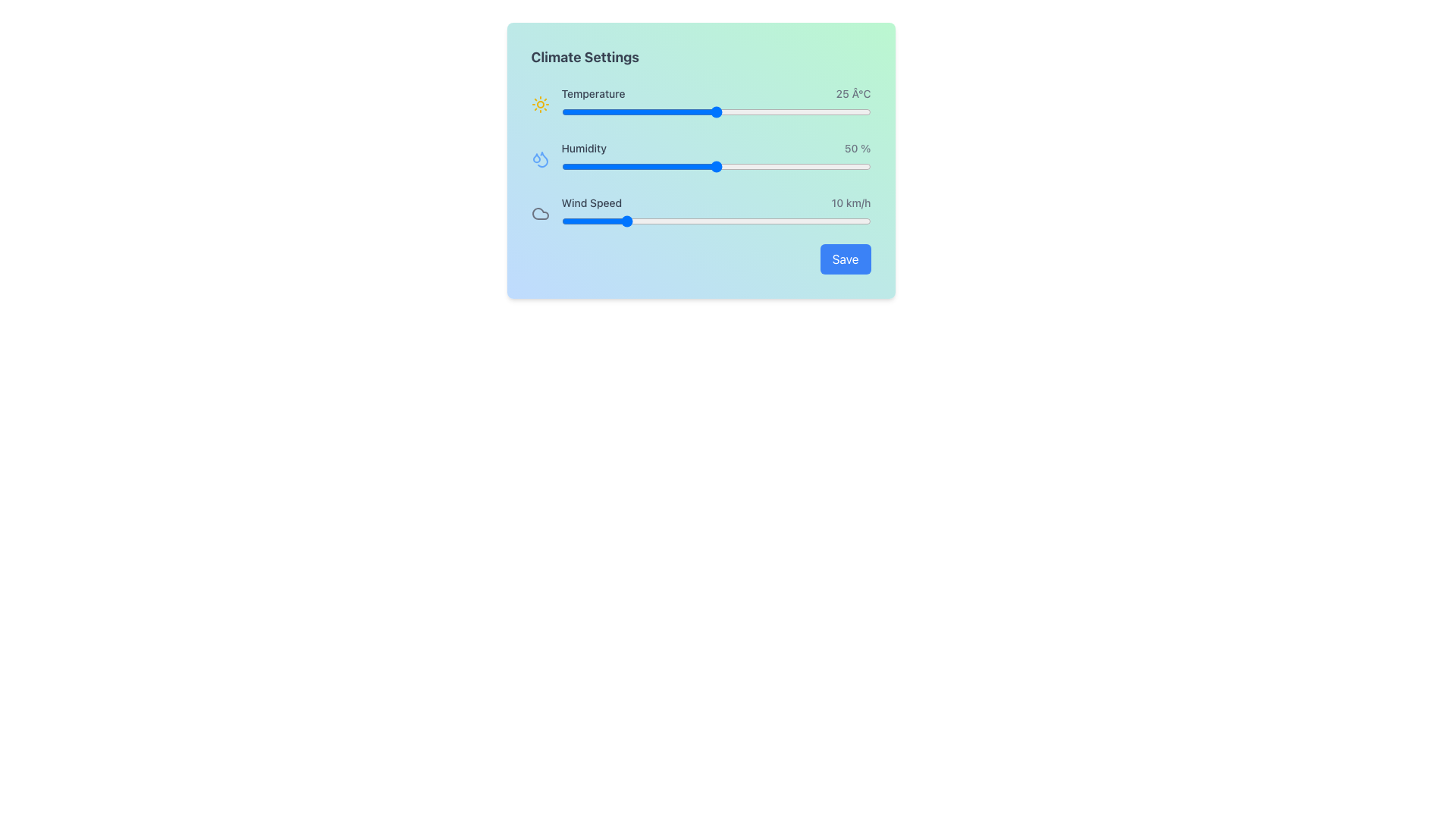  What do you see at coordinates (771, 111) in the screenshot?
I see `the slider` at bounding box center [771, 111].